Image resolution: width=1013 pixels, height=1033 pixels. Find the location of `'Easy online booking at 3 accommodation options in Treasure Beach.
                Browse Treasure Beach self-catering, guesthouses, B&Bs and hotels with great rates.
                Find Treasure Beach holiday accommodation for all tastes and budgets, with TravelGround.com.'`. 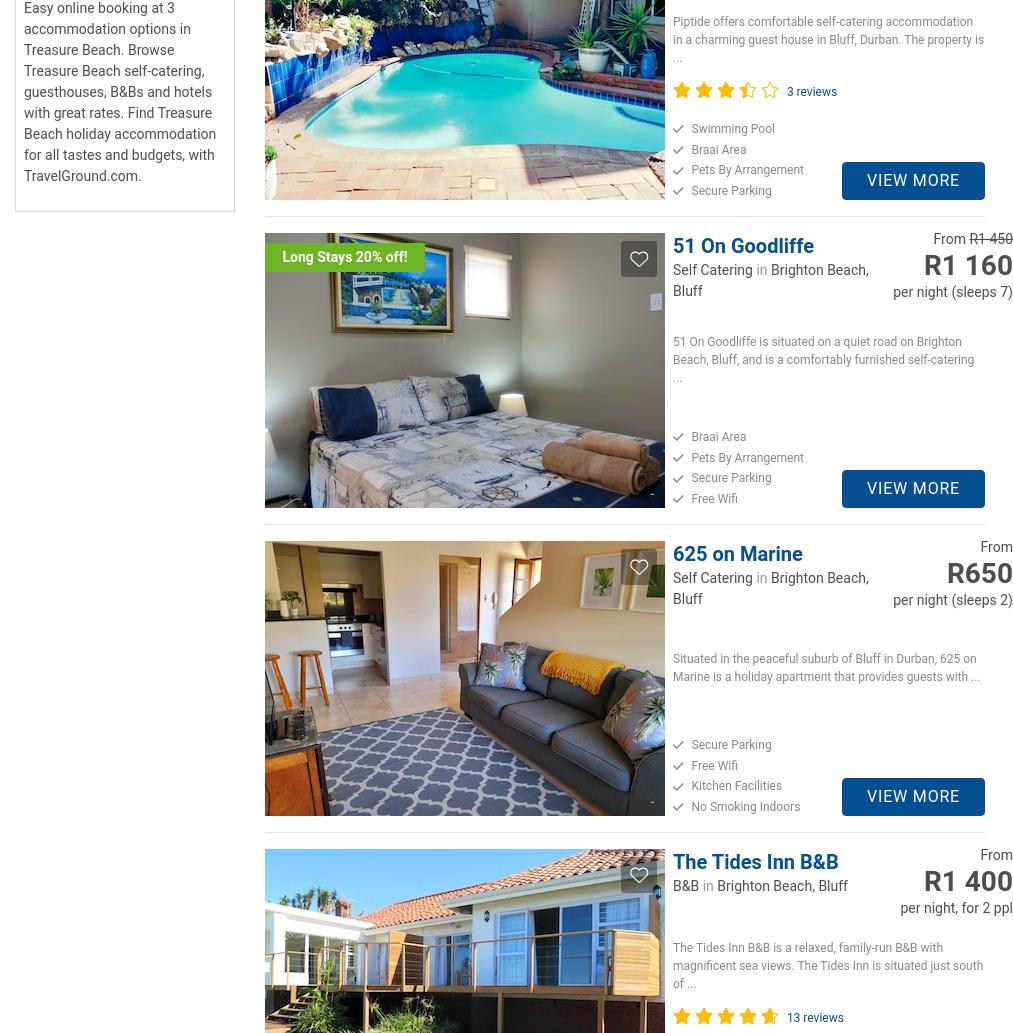

'Easy online booking at 3 accommodation options in Treasure Beach.
                Browse Treasure Beach self-catering, guesthouses, B&Bs and hotels with great rates.
                Find Treasure Beach holiday accommodation for all tastes and budgets, with TravelGround.com.' is located at coordinates (120, 92).